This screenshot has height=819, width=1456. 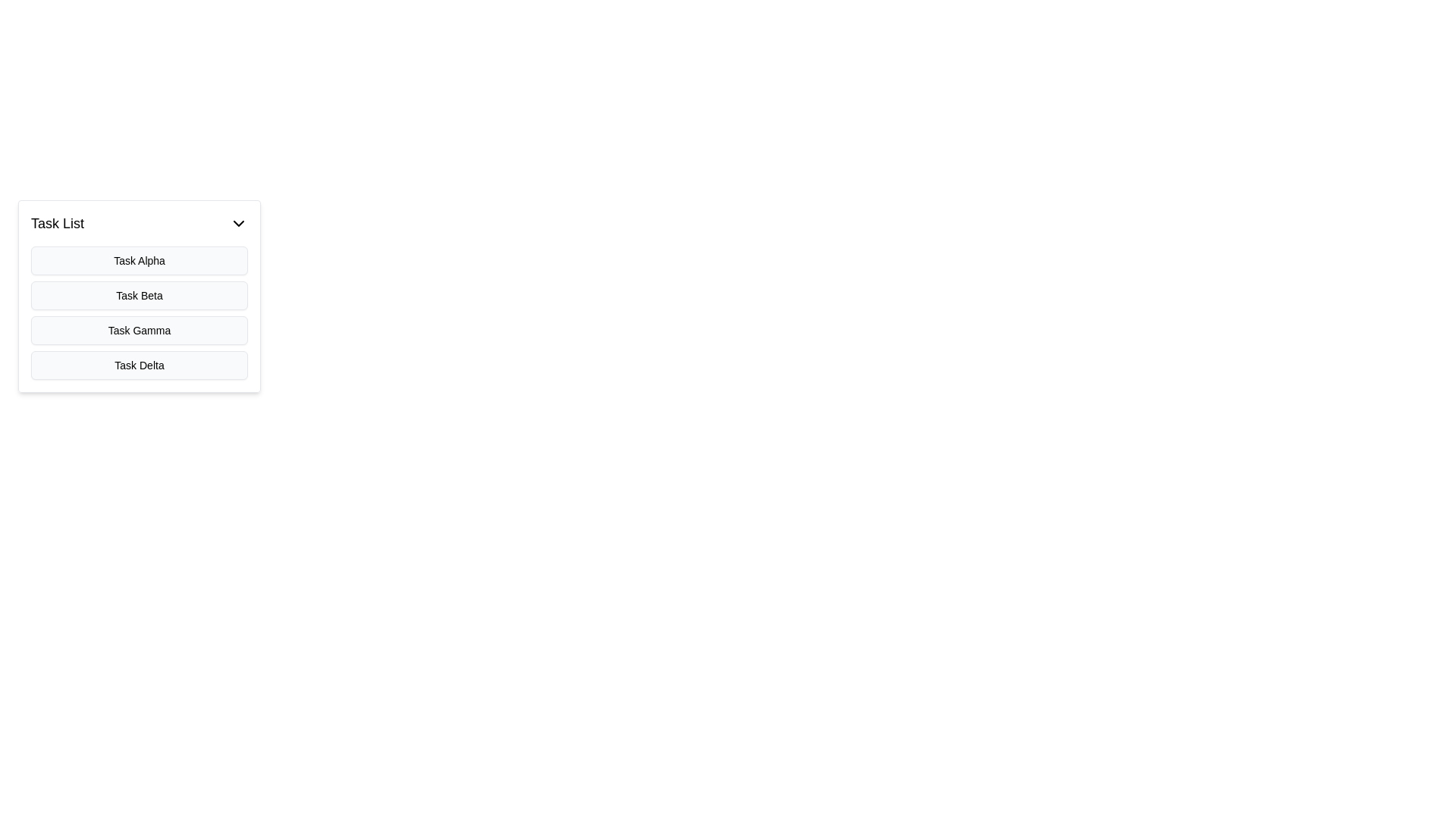 What do you see at coordinates (139, 366) in the screenshot?
I see `the list item representing 'Task Delta', located at the fourth position in the 'Task List'` at bounding box center [139, 366].